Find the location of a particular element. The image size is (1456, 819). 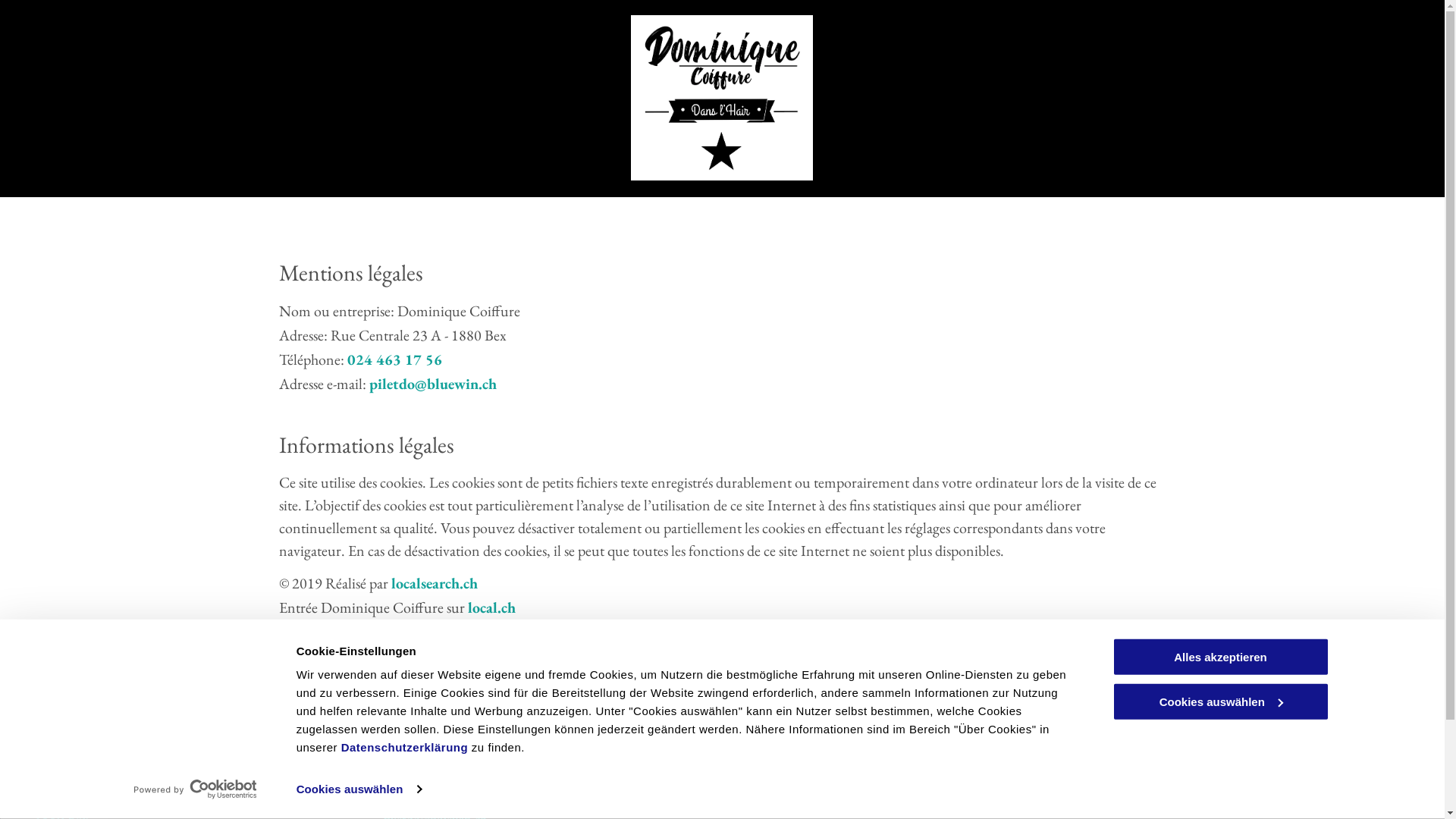

'piletdo@b' is located at coordinates (401, 382).